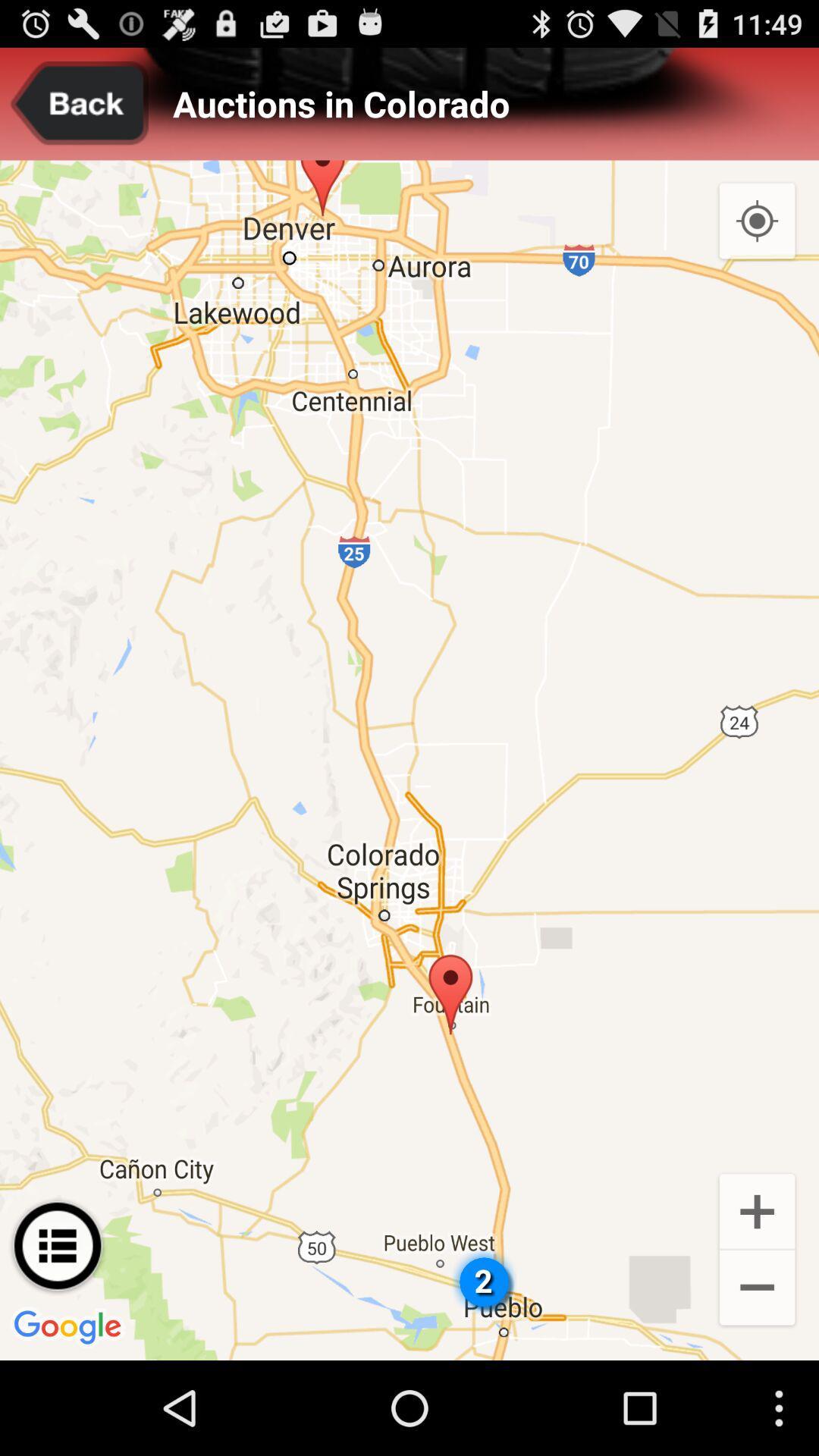  Describe the element at coordinates (757, 237) in the screenshot. I see `the location_crosshair icon` at that location.